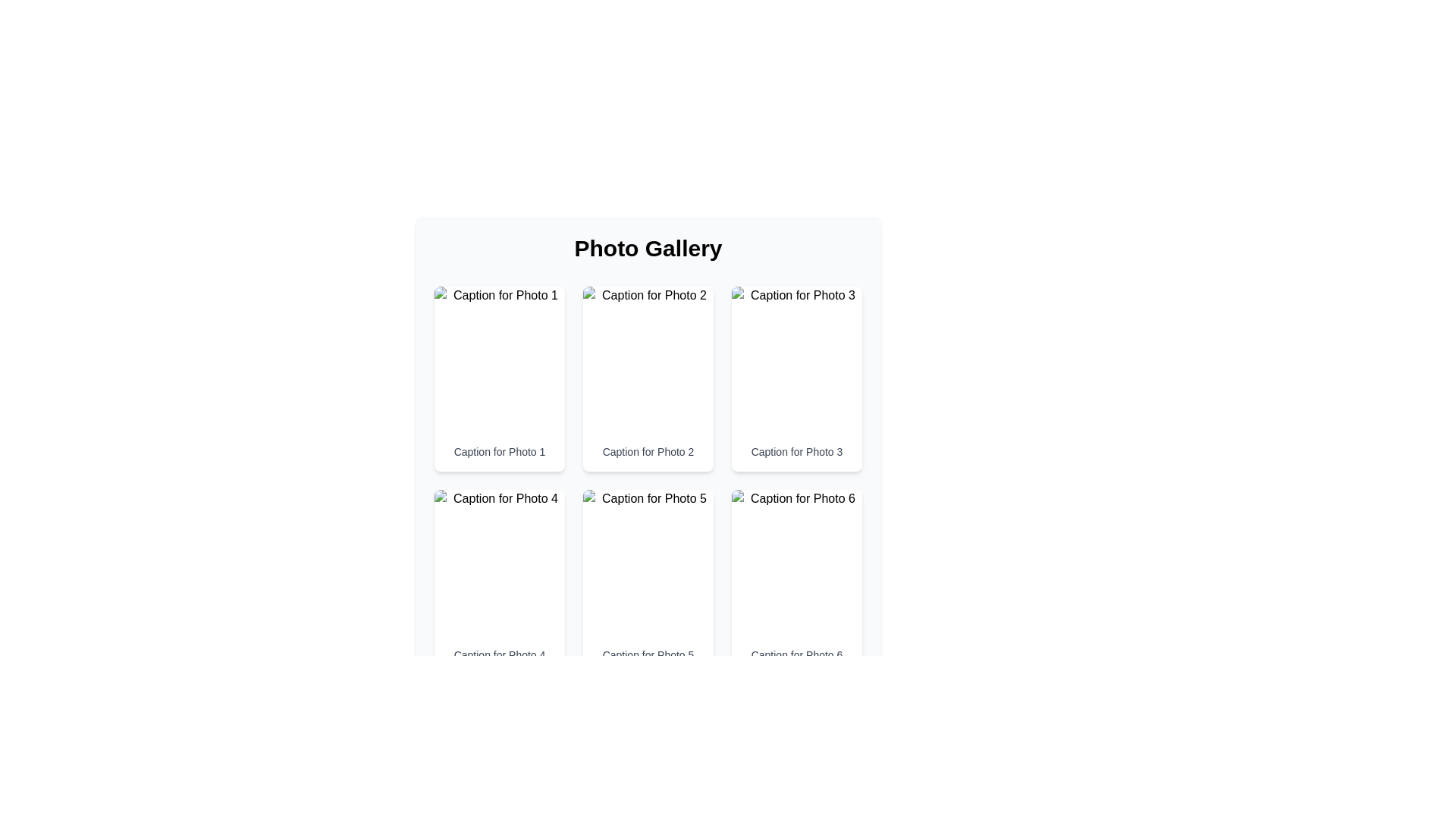 Image resolution: width=1456 pixels, height=819 pixels. I want to click on text caption located in the second row, first column, directly below the image placeholder labeled 'Photo 4' in the photo gallery grid, so click(499, 654).